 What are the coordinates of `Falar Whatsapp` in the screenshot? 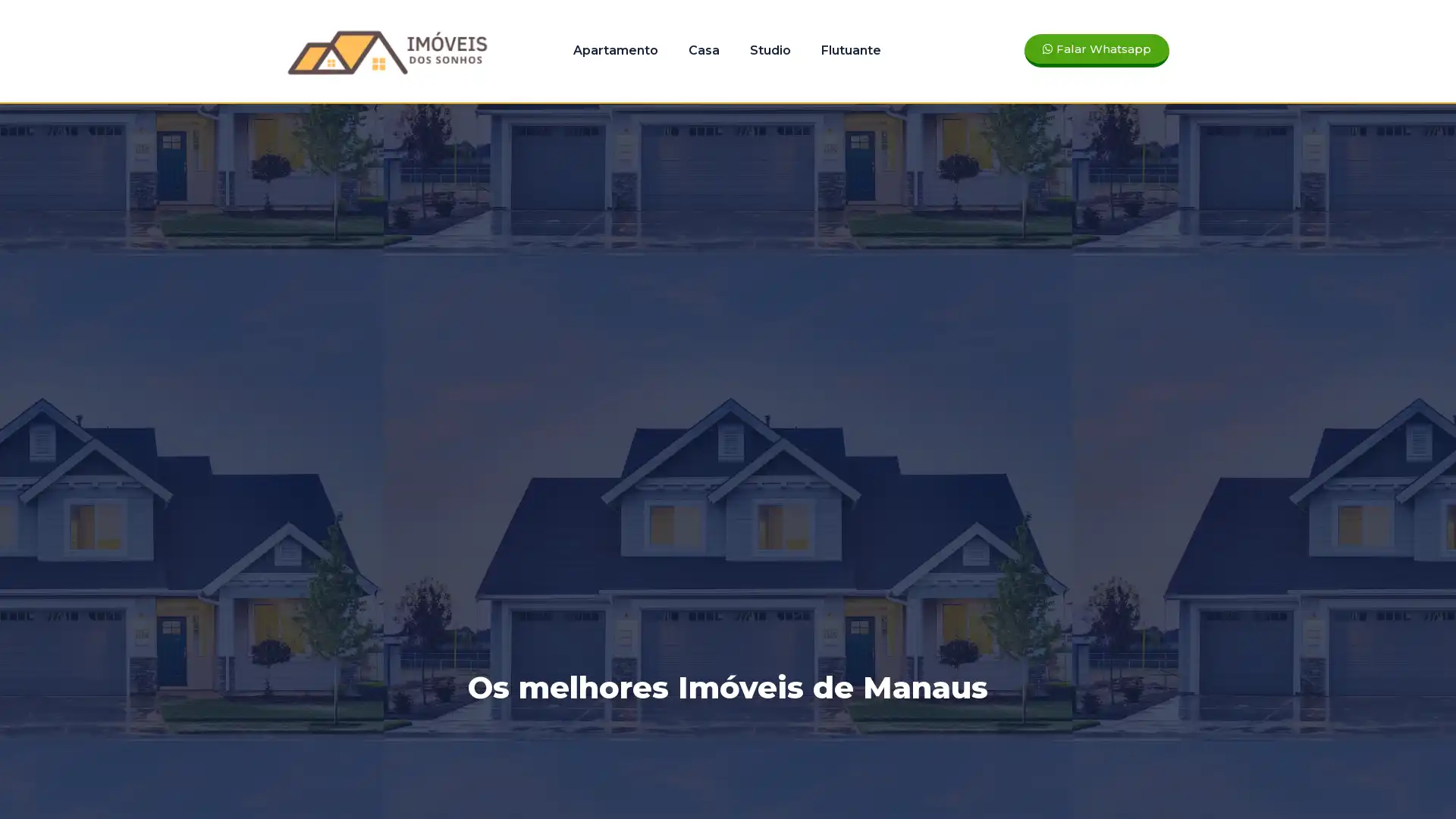 It's located at (1096, 49).